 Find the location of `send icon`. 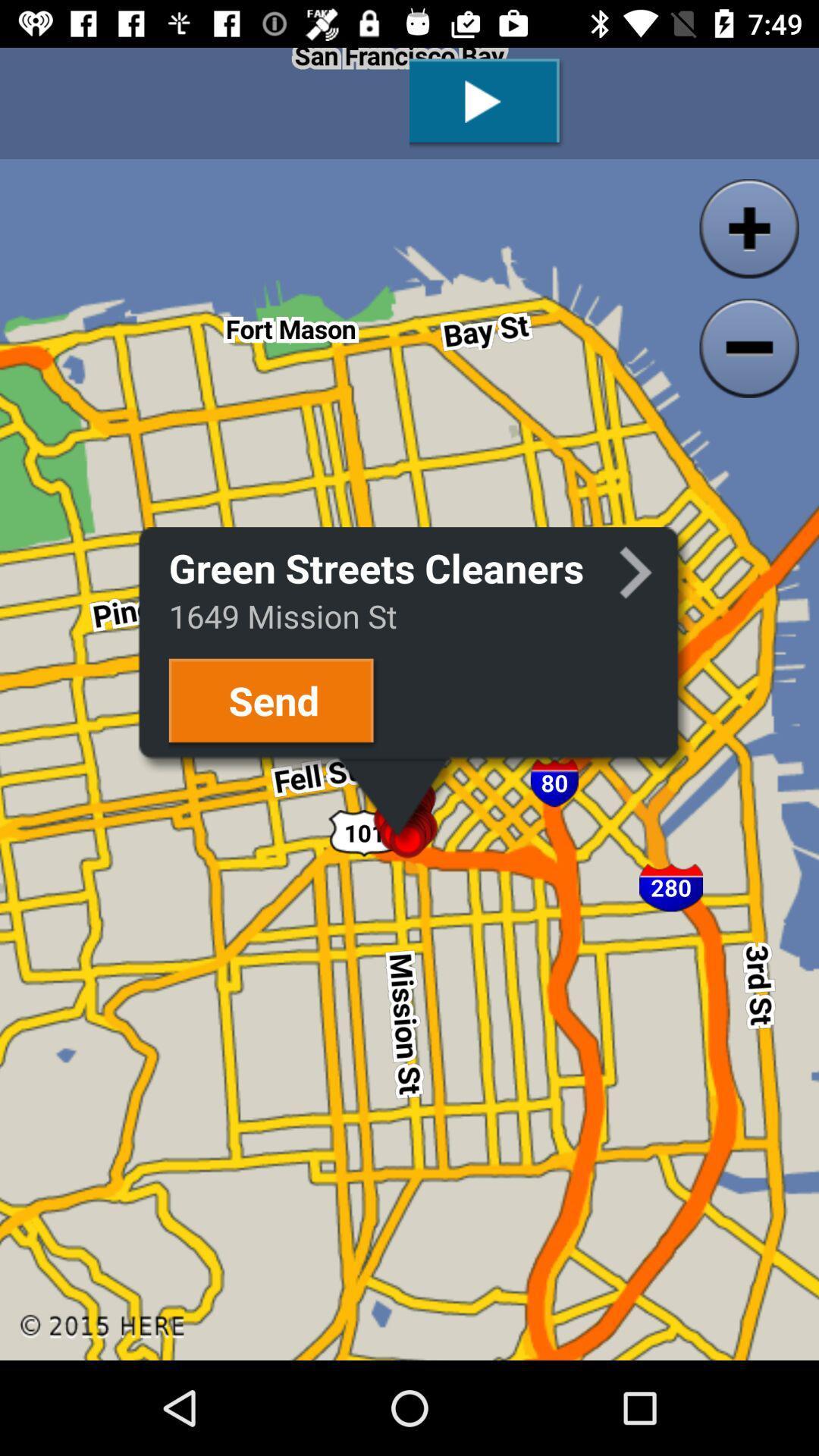

send icon is located at coordinates (274, 702).